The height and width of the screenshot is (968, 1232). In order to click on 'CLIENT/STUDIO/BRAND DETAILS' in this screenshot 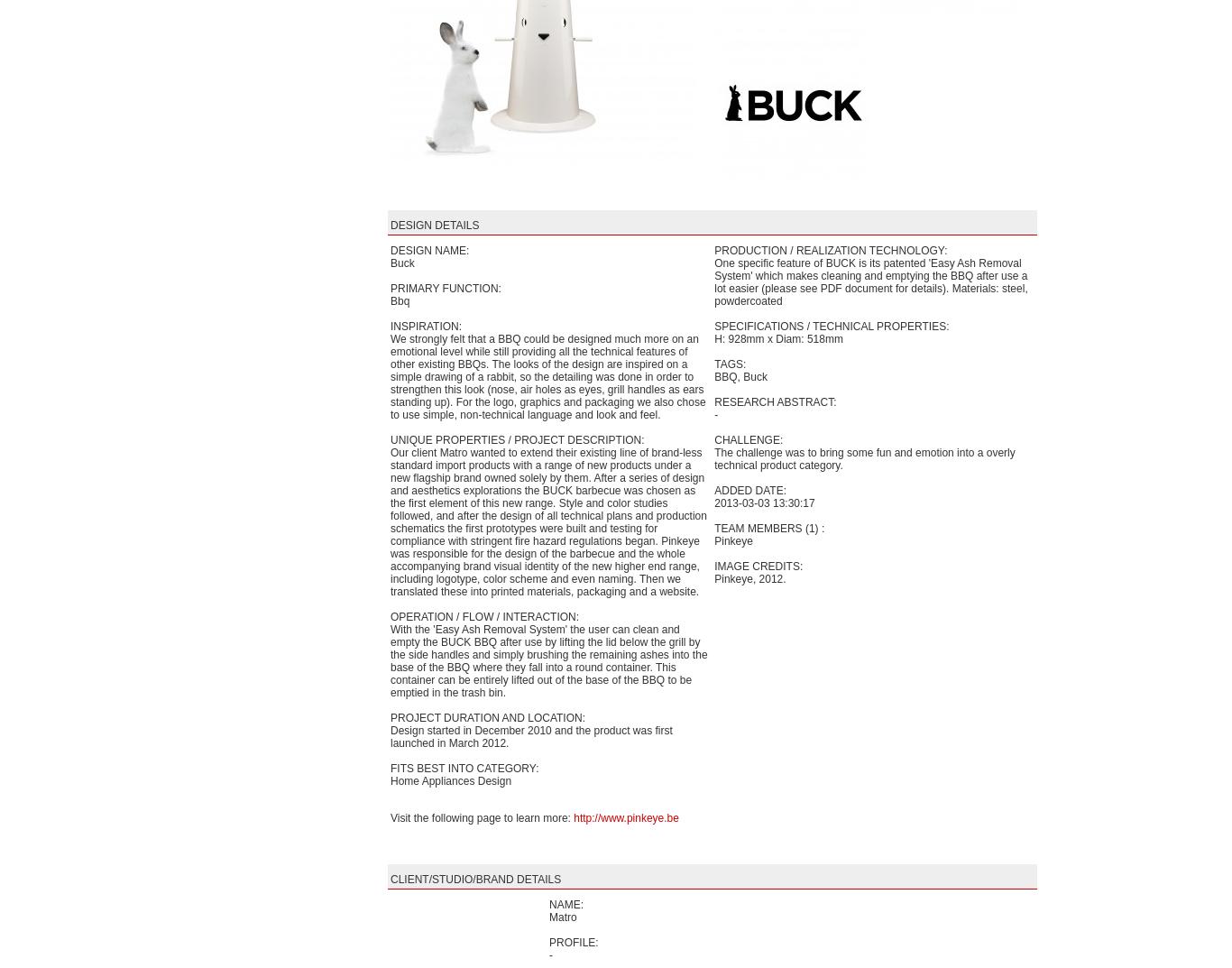, I will do `click(390, 879)`.